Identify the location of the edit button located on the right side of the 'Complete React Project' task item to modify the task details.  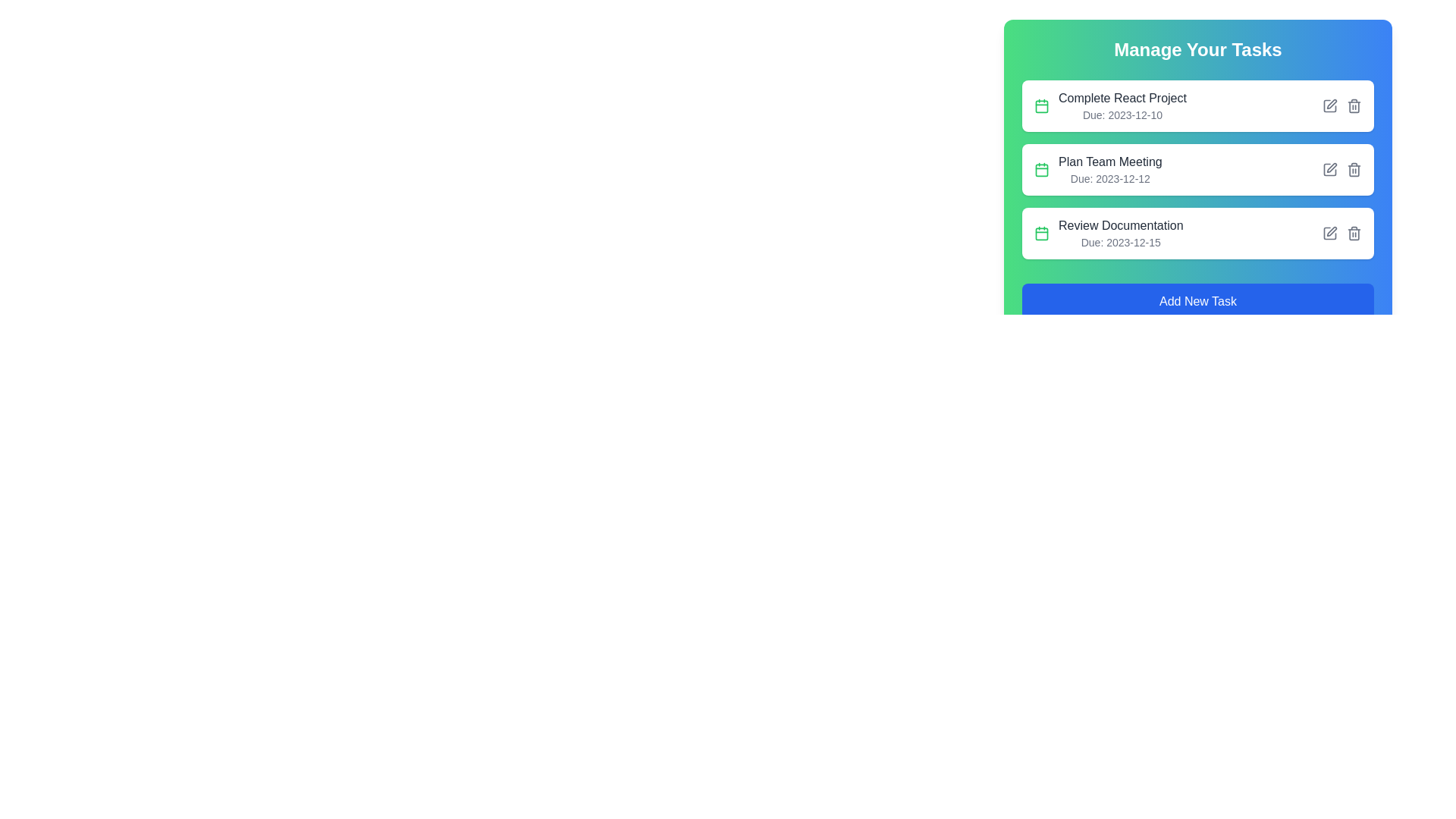
(1329, 105).